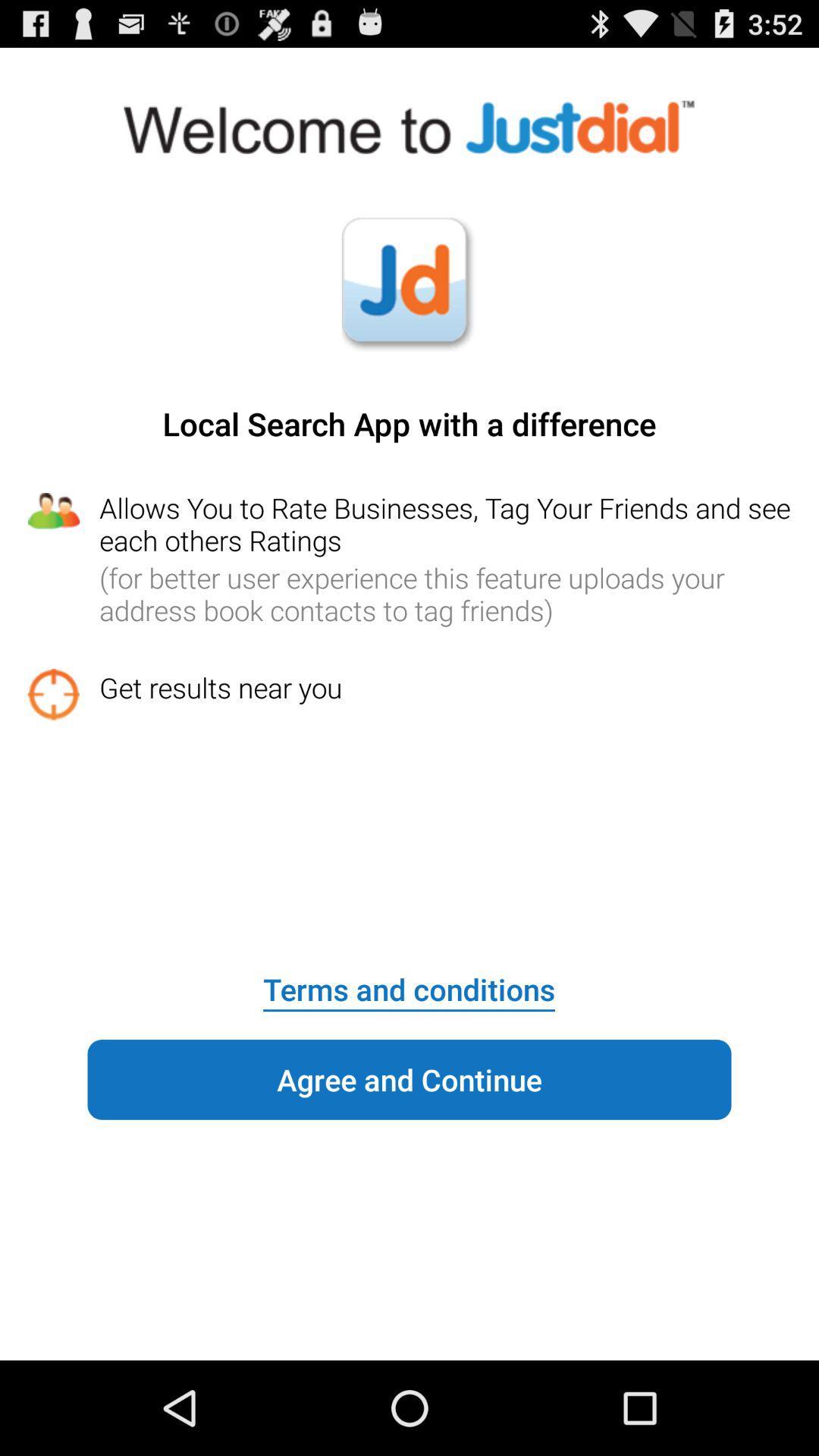 This screenshot has width=819, height=1456. What do you see at coordinates (408, 979) in the screenshot?
I see `terms and conditions` at bounding box center [408, 979].